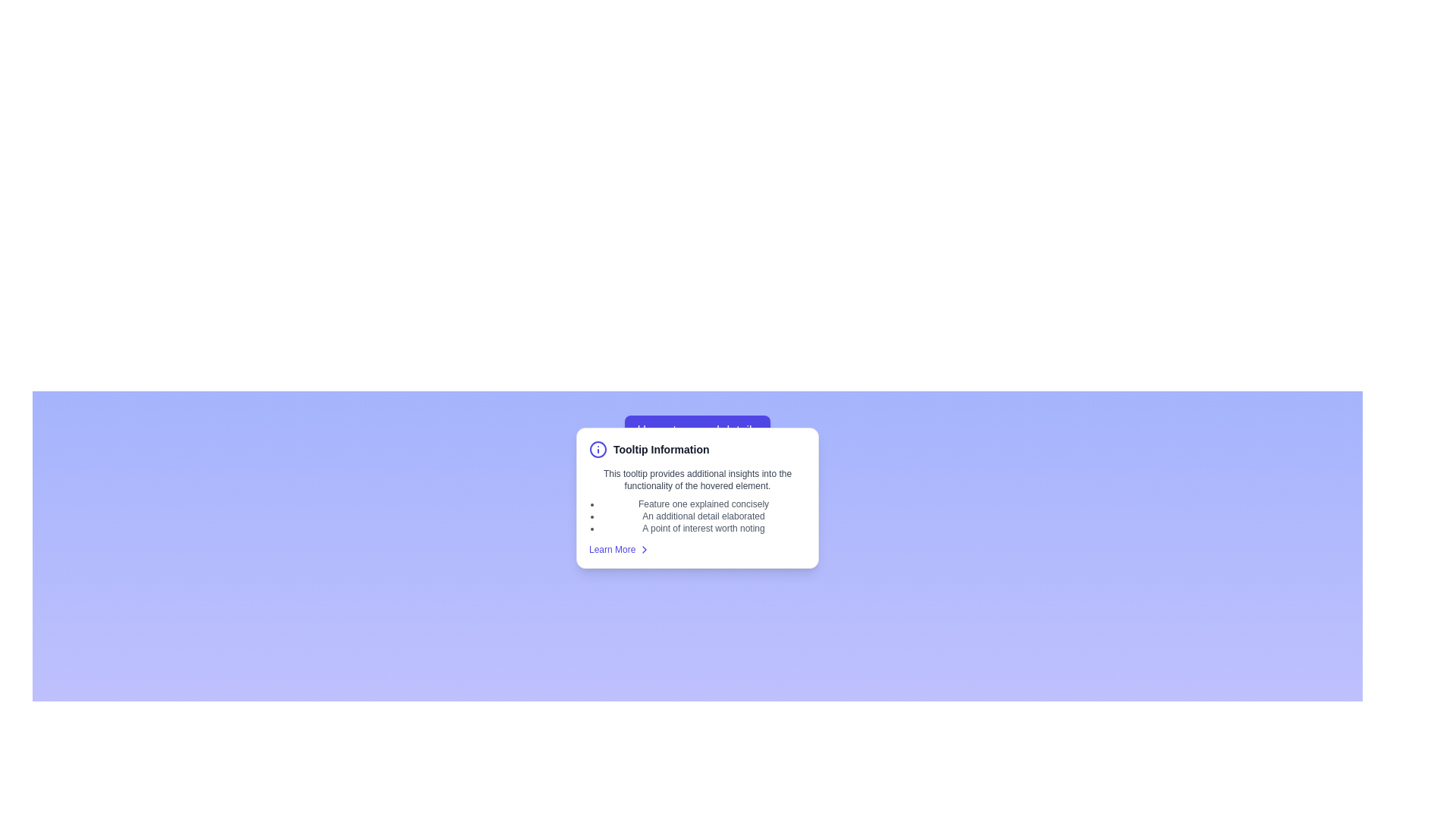 The image size is (1456, 819). Describe the element at coordinates (702, 516) in the screenshot. I see `the text block containing three bullet-point items, which is styled with a small gray font and positioned in the middle of the tooltip interface` at that location.